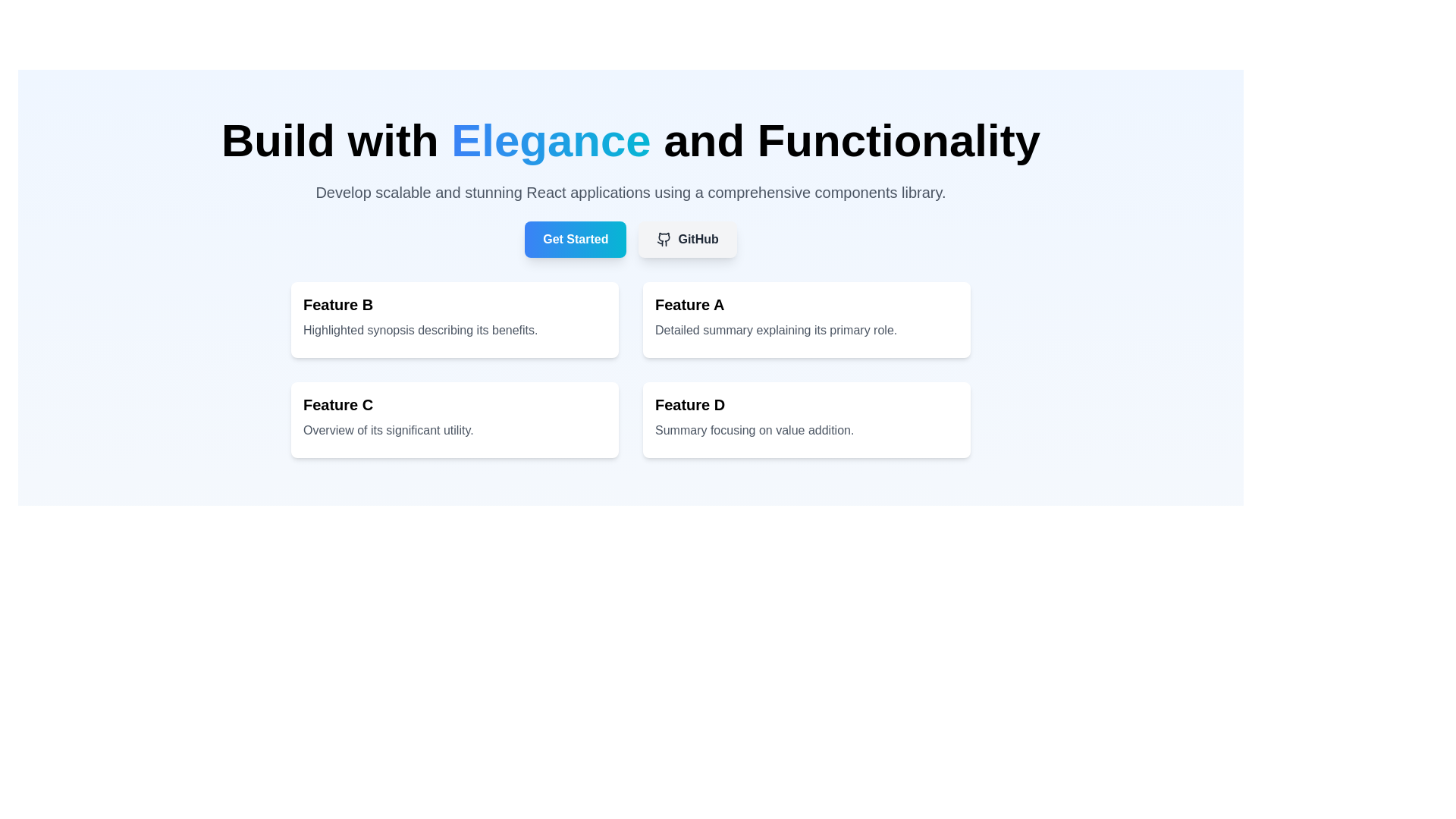 The width and height of the screenshot is (1456, 819). I want to click on descriptive summary text related to 'Feature A' which is located below its title in the top-right feature card, so click(806, 329).